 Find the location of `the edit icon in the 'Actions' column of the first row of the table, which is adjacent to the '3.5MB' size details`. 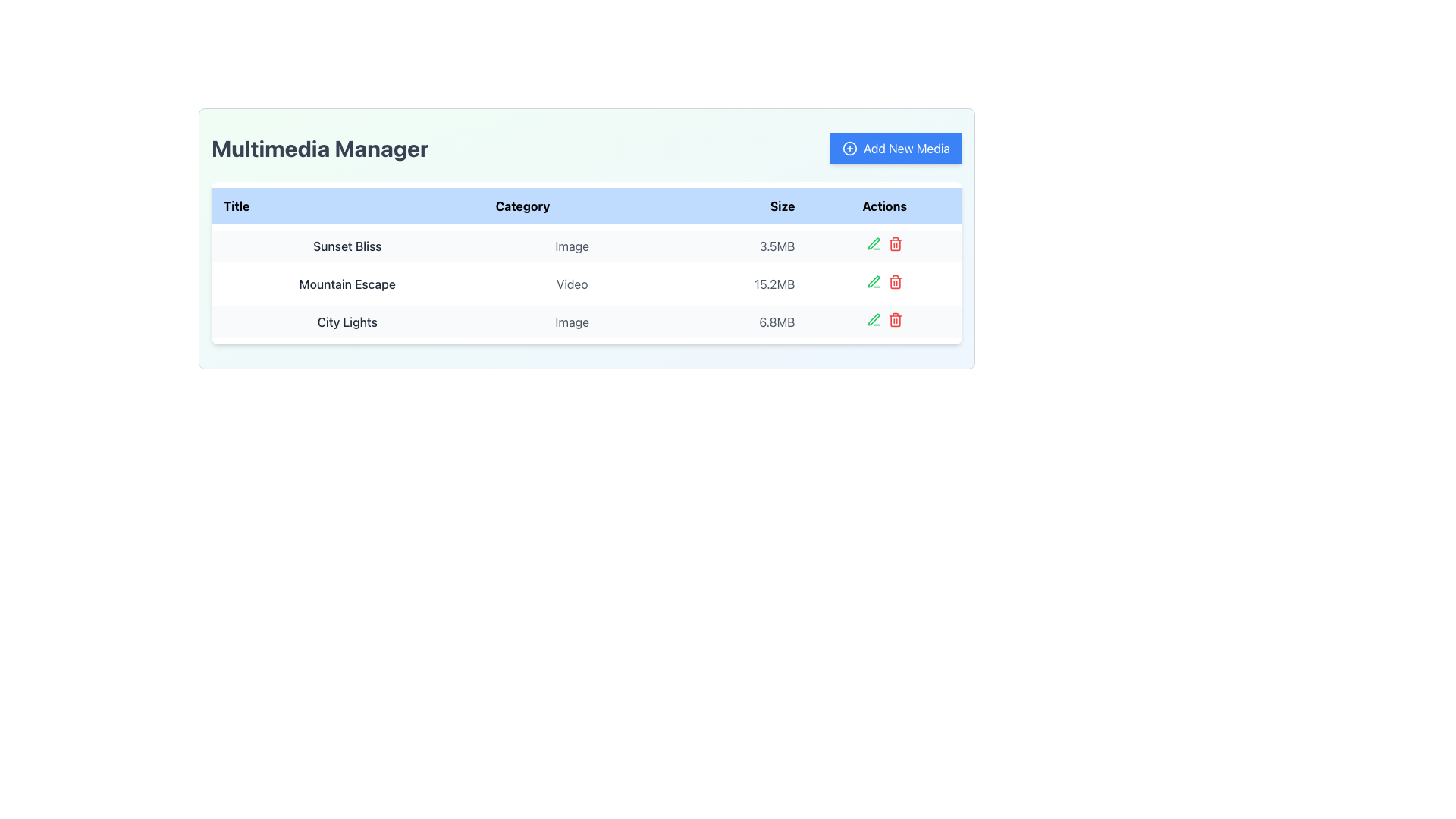

the edit icon in the 'Actions' column of the first row of the table, which is adjacent to the '3.5MB' size details is located at coordinates (874, 243).